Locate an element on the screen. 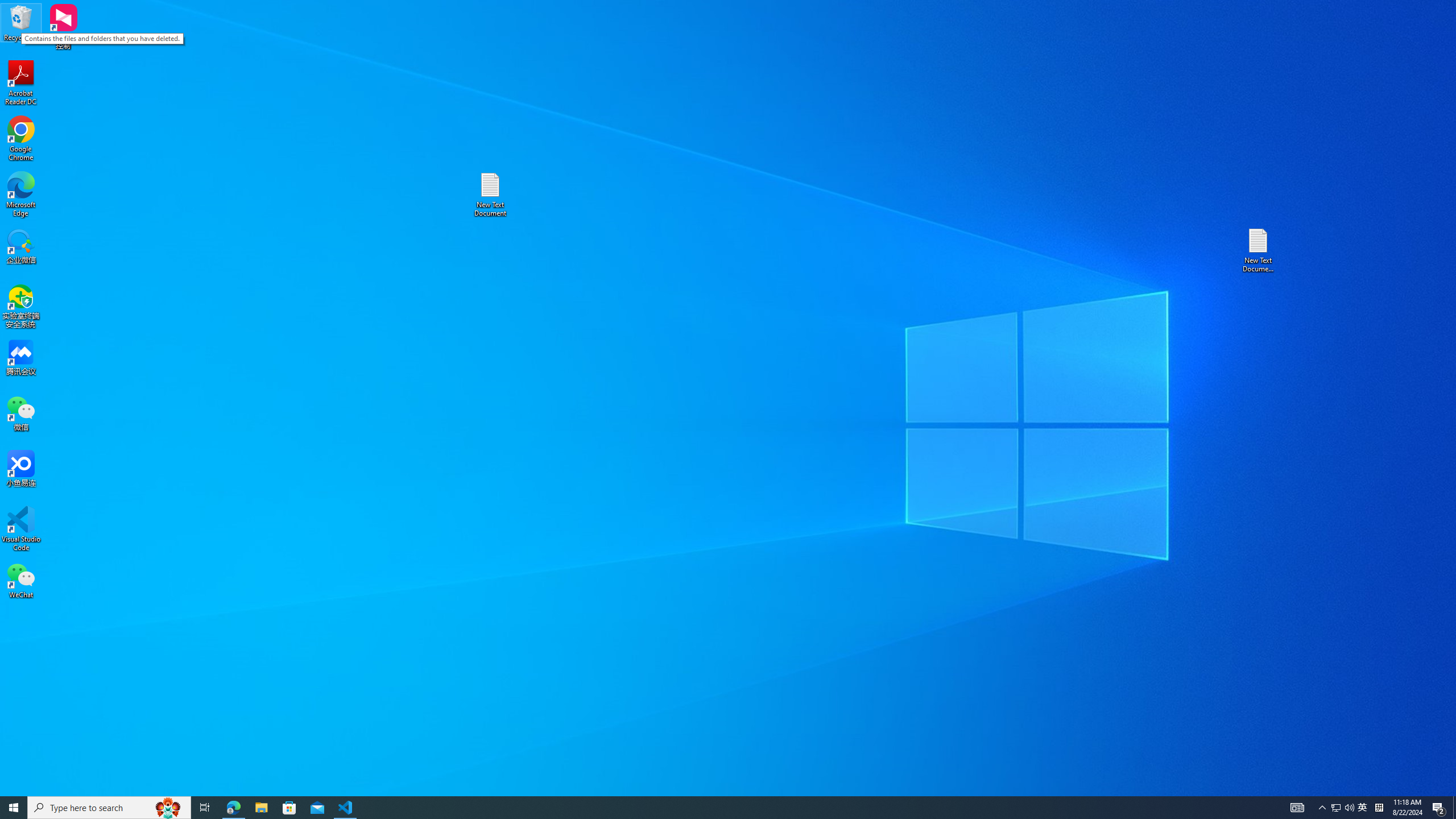  'WeChat' is located at coordinates (20, 580).